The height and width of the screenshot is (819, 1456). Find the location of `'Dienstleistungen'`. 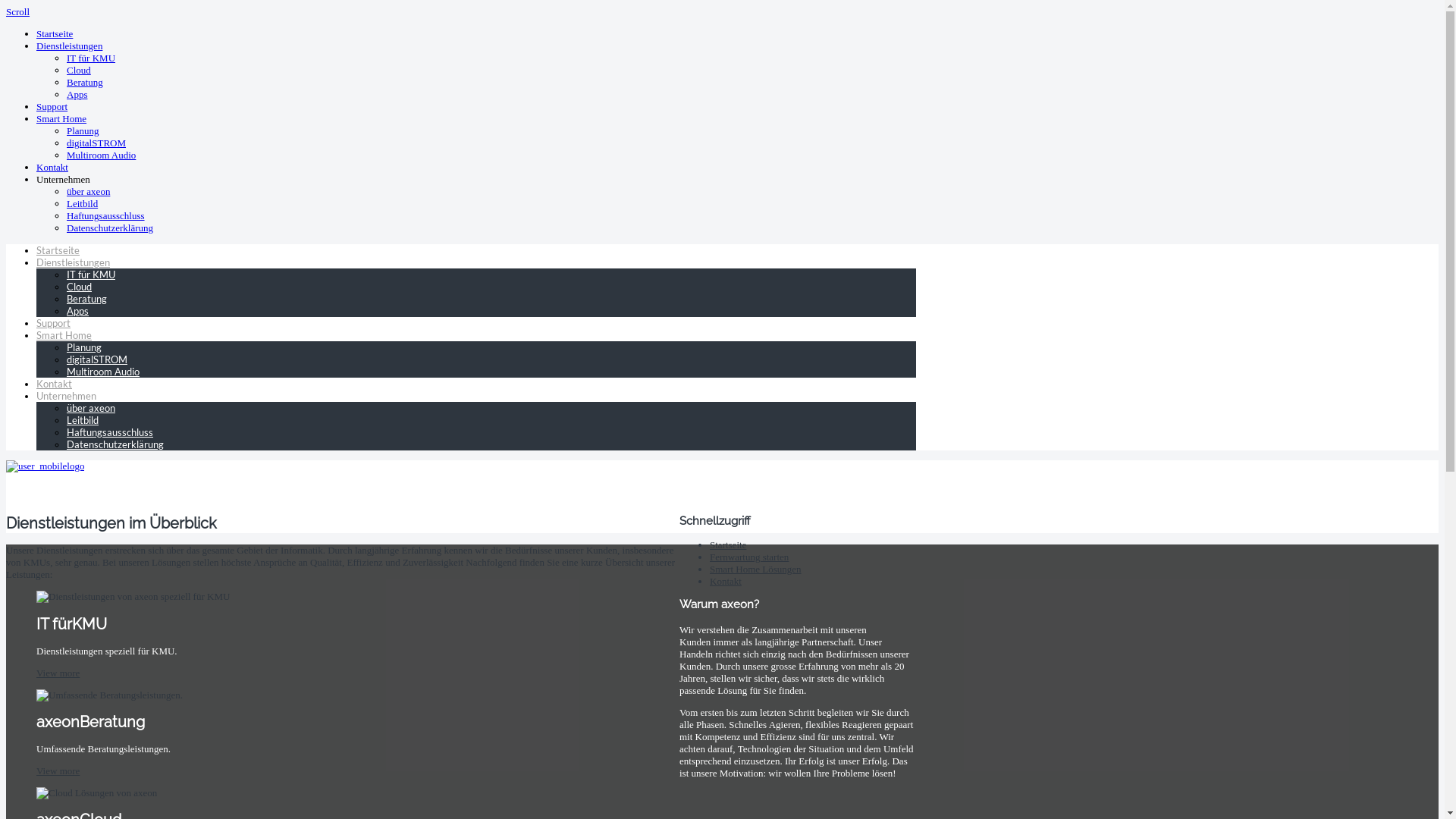

'Dienstleistungen' is located at coordinates (72, 262).